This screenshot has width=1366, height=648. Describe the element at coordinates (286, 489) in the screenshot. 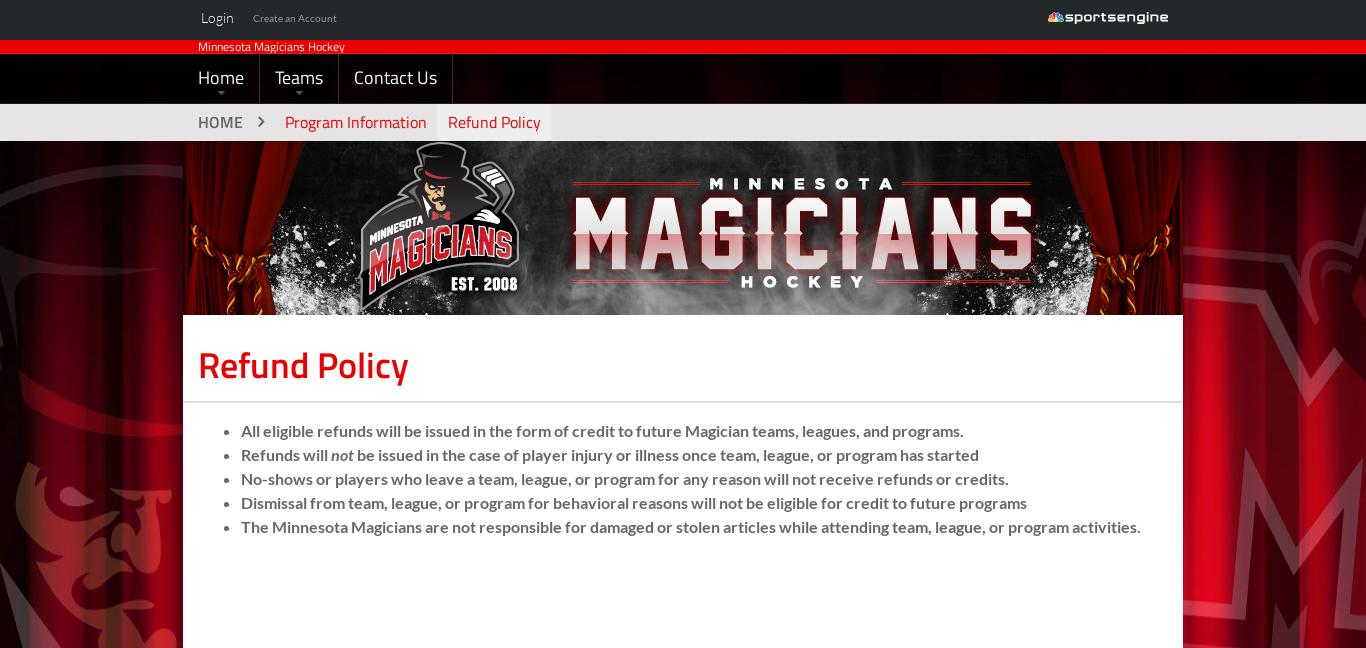

I see `'Refunds will'` at that location.